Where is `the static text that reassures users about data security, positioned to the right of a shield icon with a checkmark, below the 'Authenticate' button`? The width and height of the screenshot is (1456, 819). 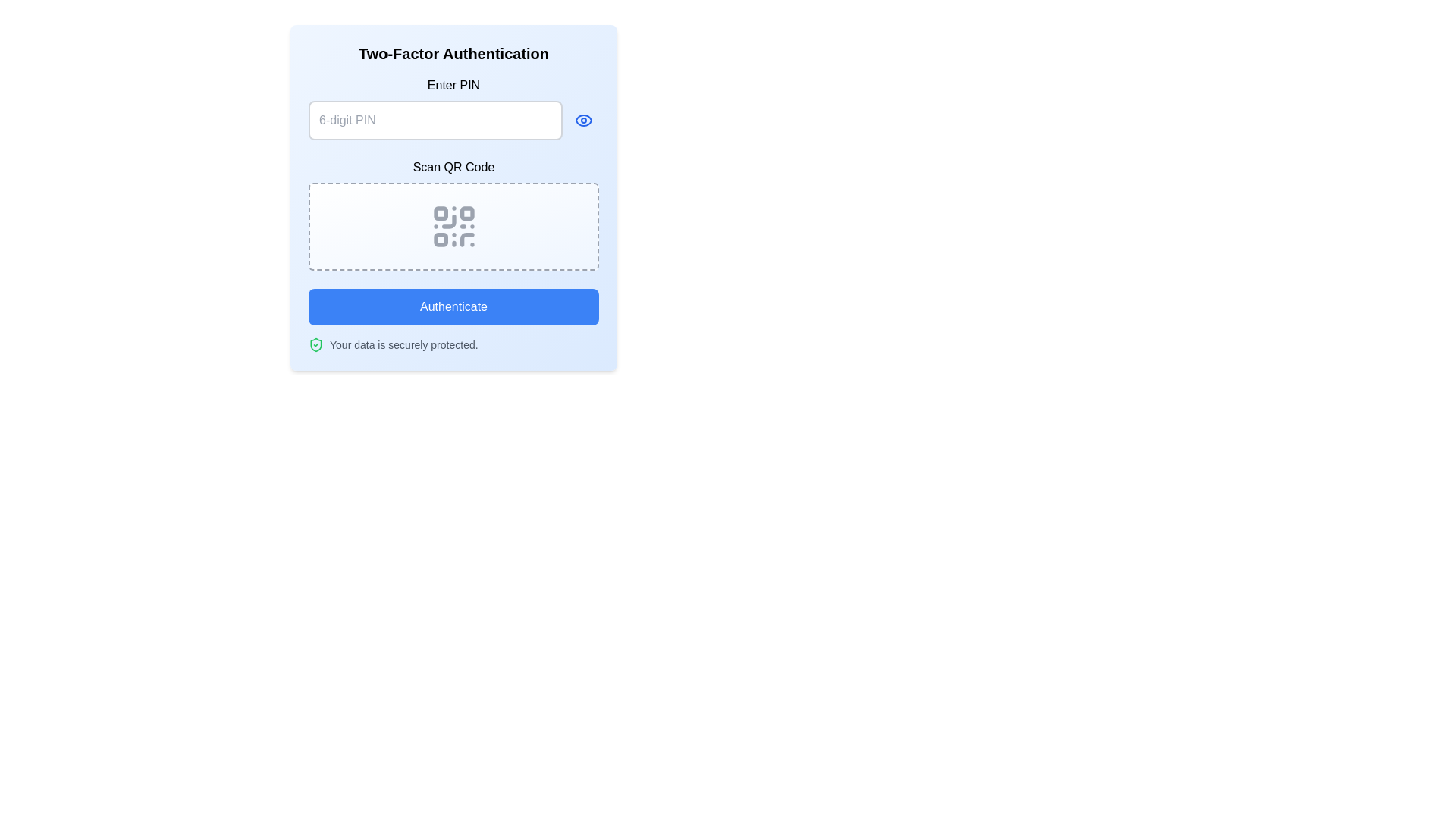
the static text that reassures users about data security, positioned to the right of a shield icon with a checkmark, below the 'Authenticate' button is located at coordinates (403, 345).